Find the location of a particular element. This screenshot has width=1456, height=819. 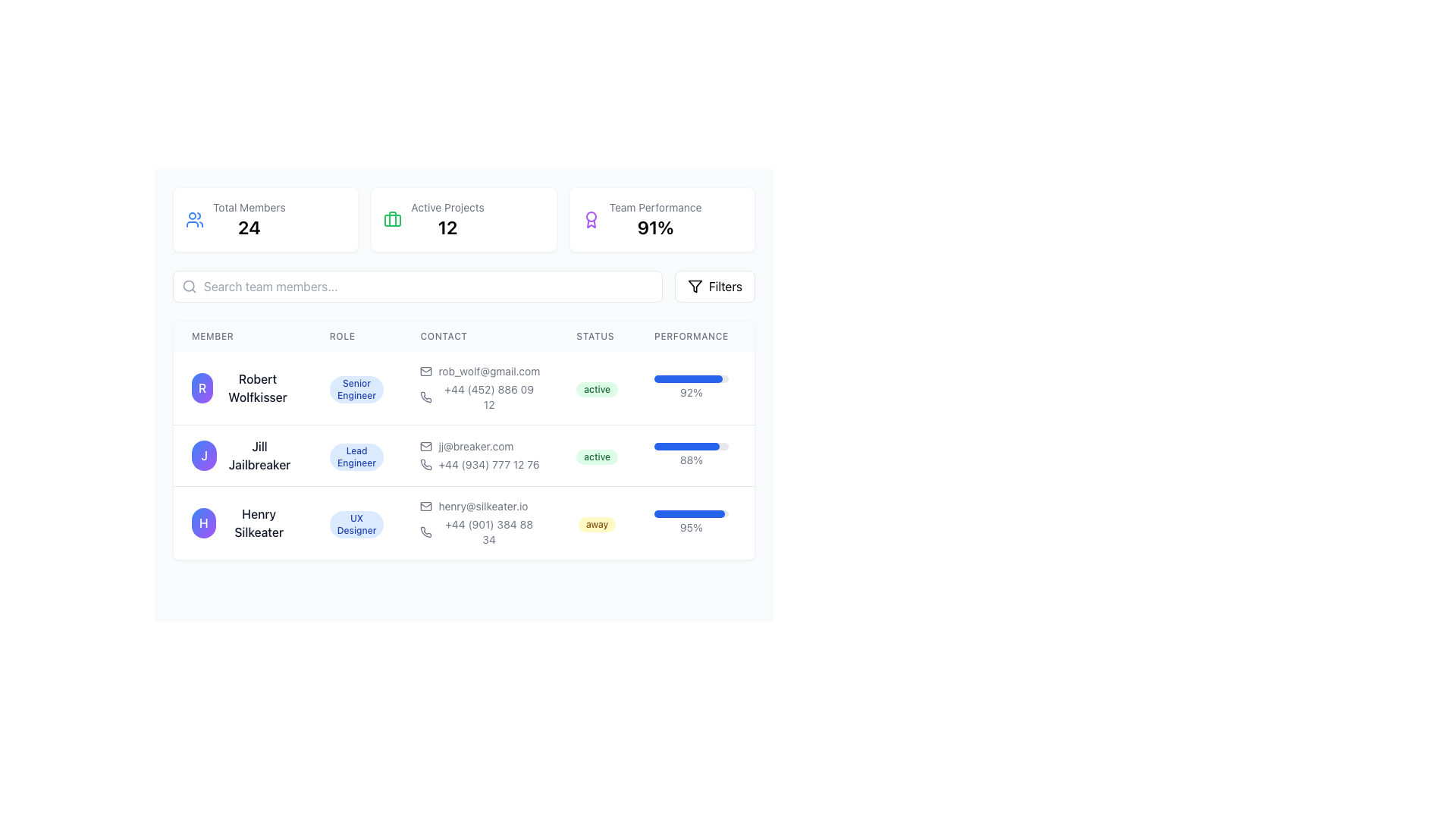

the static text element displaying the total count of members, which is positioned directly below the 'Total Members' label and centrally aligned in the upper-left portion of the interface is located at coordinates (249, 227).